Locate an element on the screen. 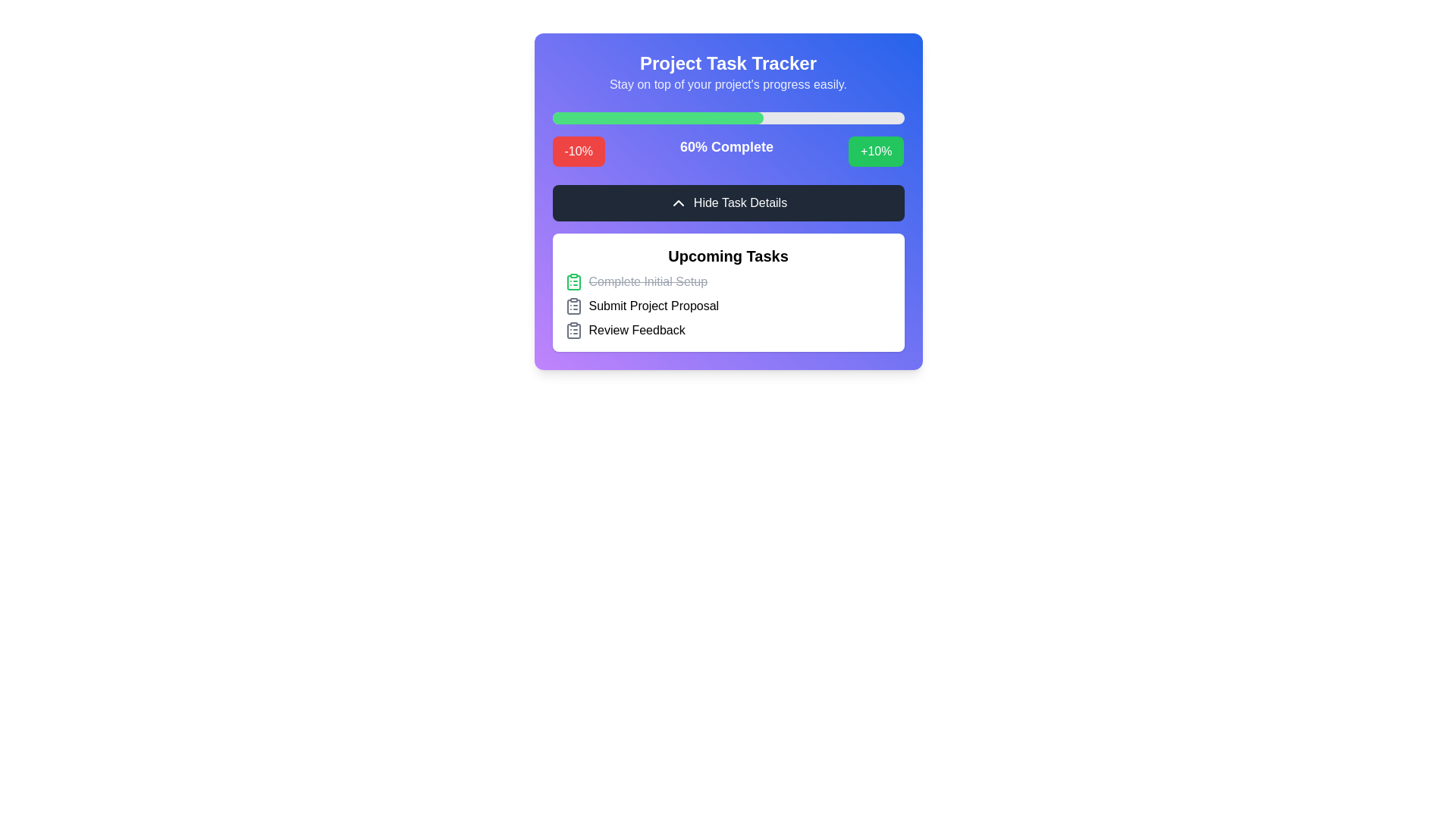 The width and height of the screenshot is (1456, 819). the clipboard icon in the 'Upcoming Tasks' section, which is styled in gray and features list items, located immediately to the left of the 'Review Feedback' text is located at coordinates (573, 329).